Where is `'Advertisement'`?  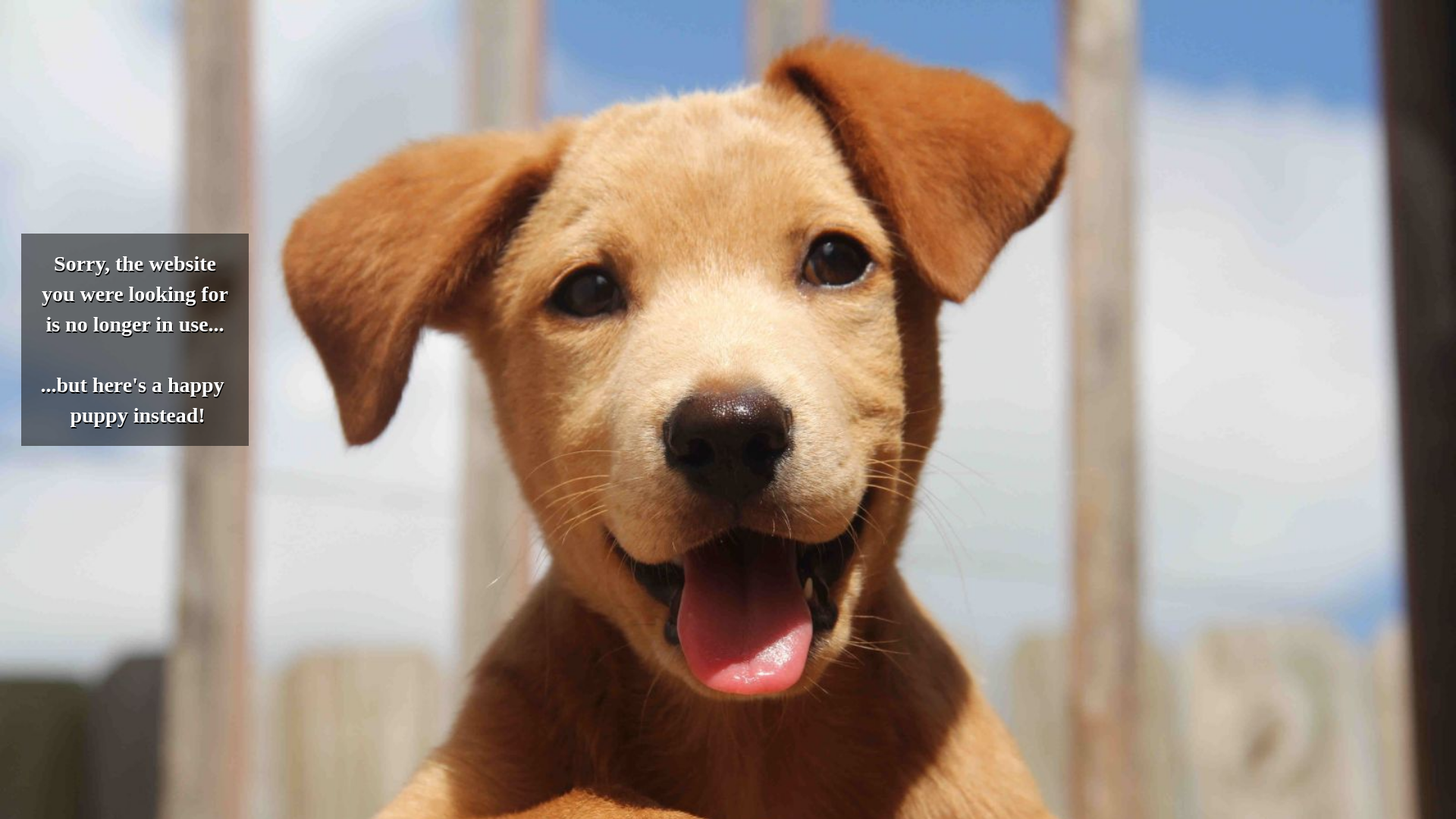 'Advertisement' is located at coordinates (460, 111).